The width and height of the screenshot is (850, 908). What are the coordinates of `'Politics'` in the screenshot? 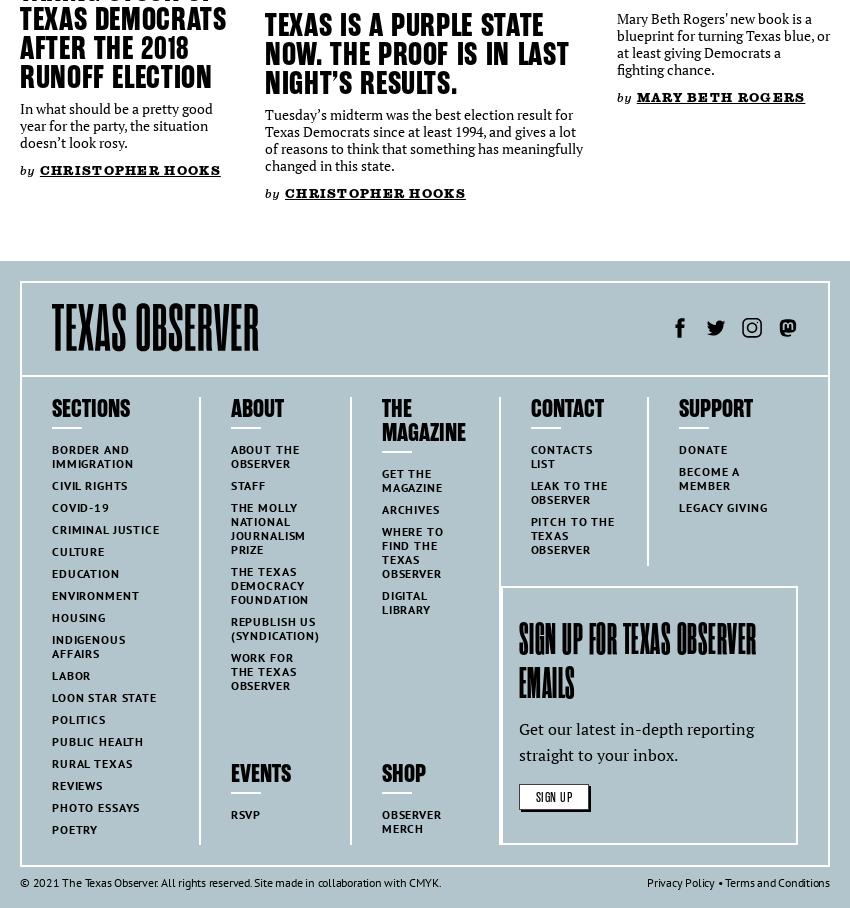 It's located at (52, 718).